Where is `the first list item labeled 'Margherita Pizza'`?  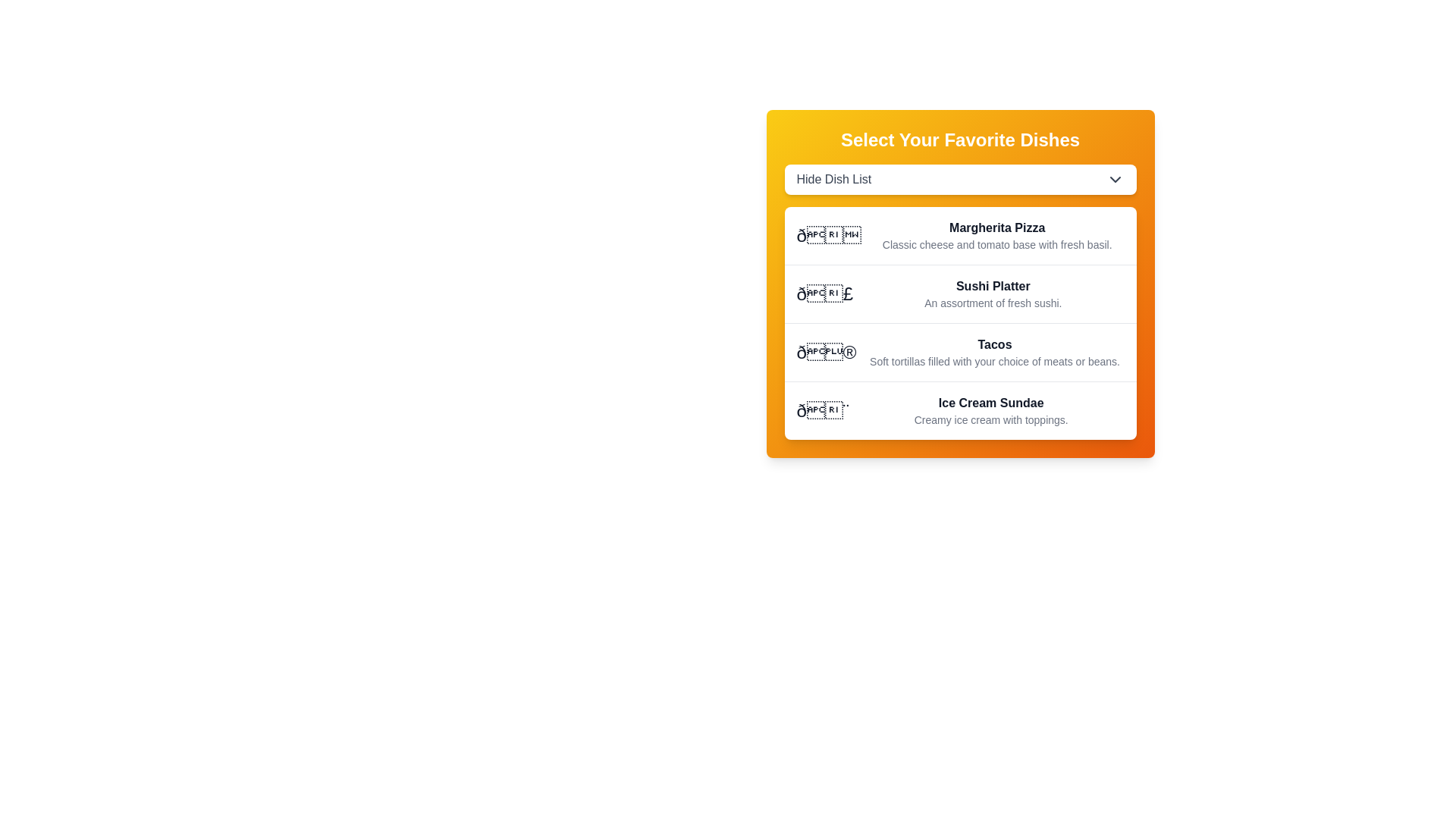
the first list item labeled 'Margherita Pizza' is located at coordinates (959, 236).